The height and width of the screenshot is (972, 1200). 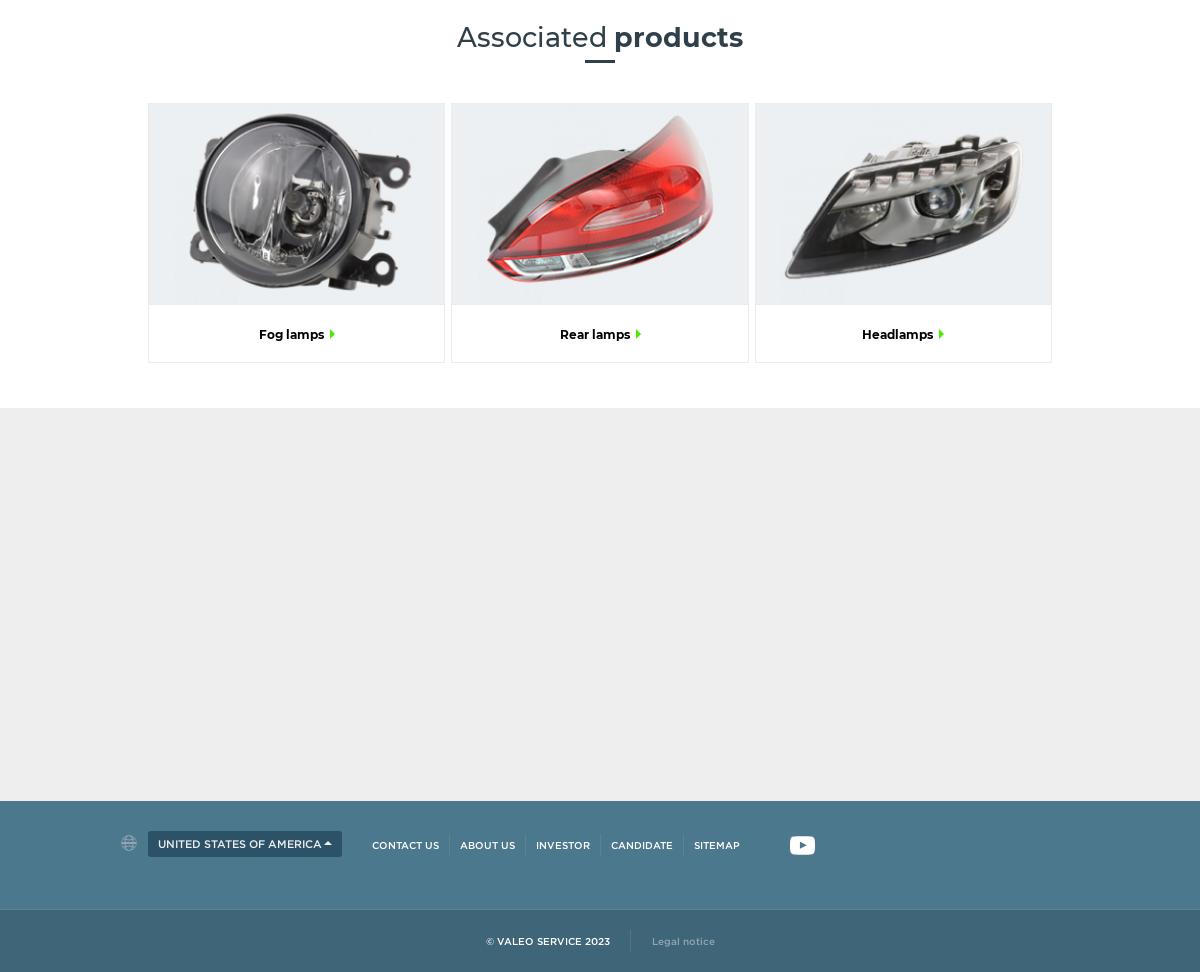 What do you see at coordinates (239, 842) in the screenshot?
I see `'United States of America'` at bounding box center [239, 842].